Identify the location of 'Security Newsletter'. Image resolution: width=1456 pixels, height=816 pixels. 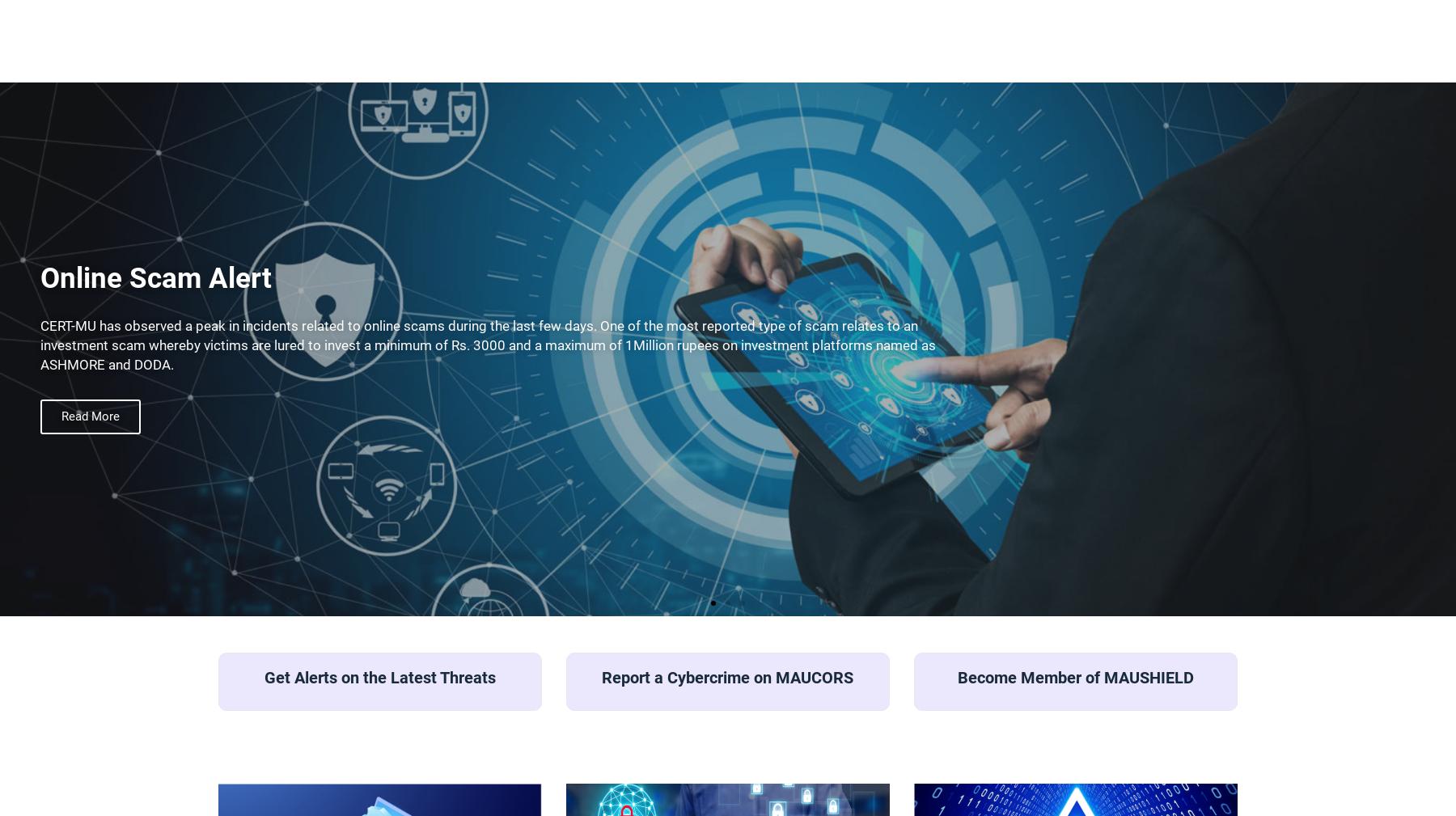
(1155, 152).